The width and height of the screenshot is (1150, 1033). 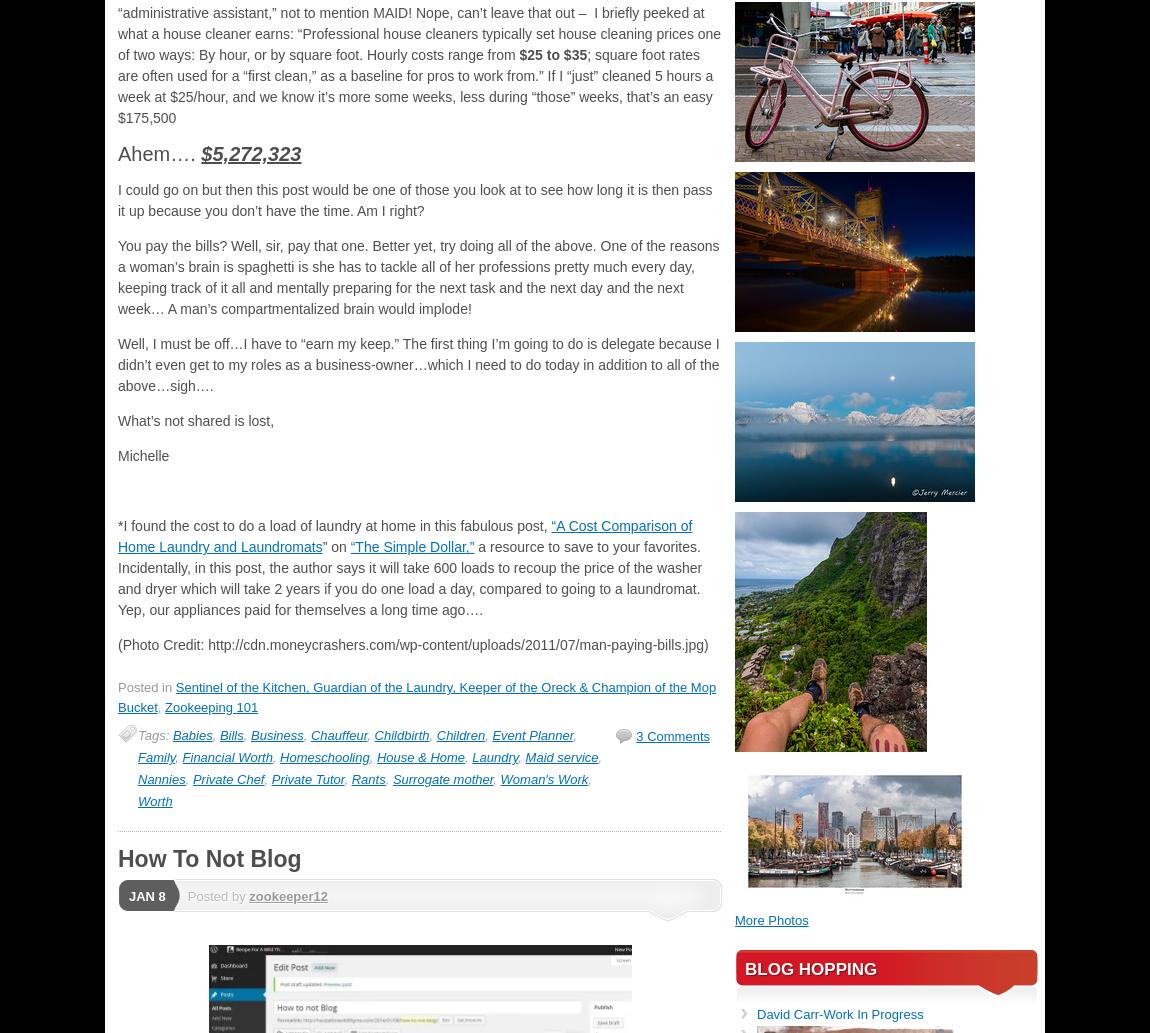 I want to click on '$5,272,323', so click(x=200, y=154).